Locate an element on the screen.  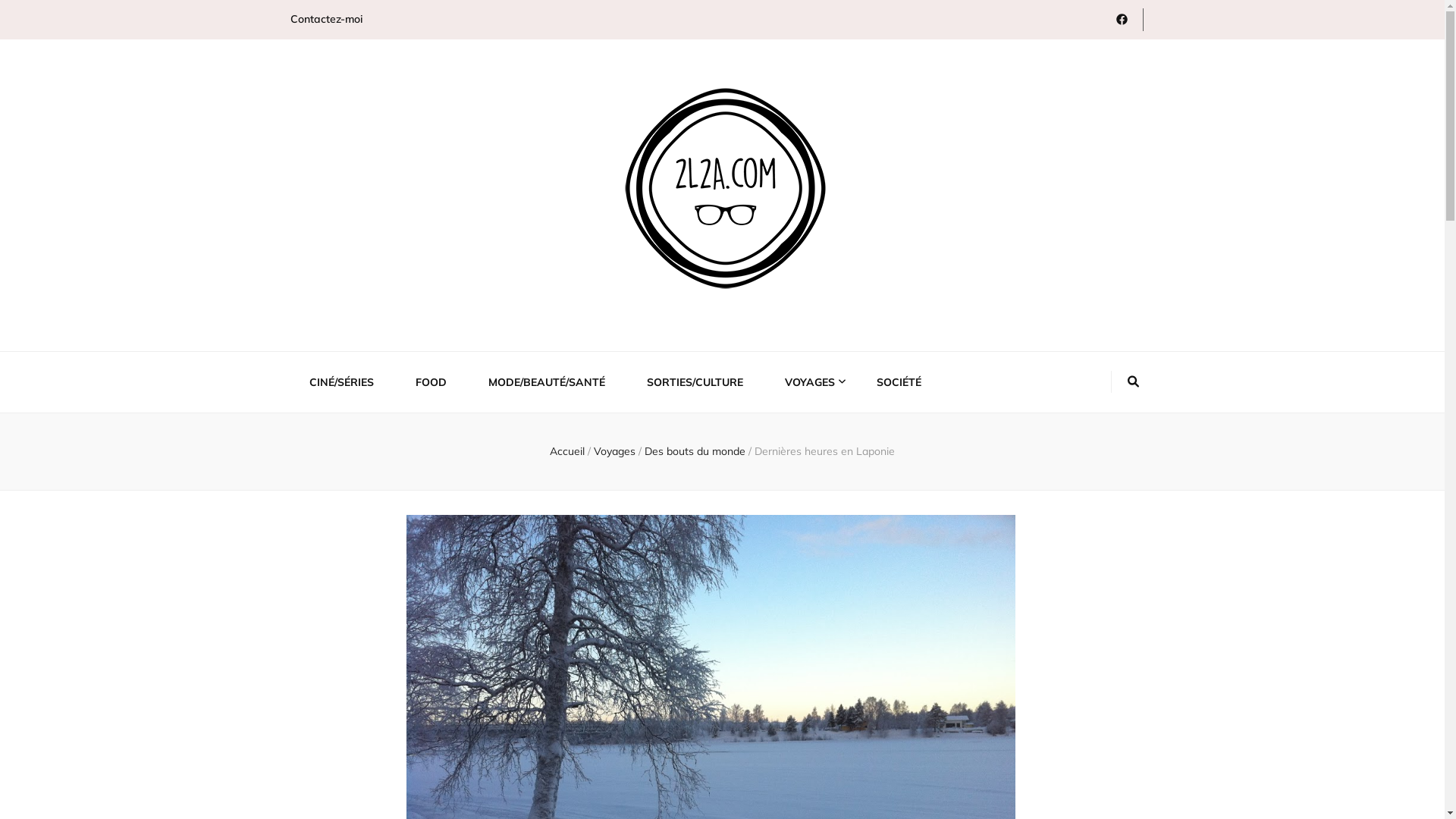
'Voyages' is located at coordinates (616, 450).